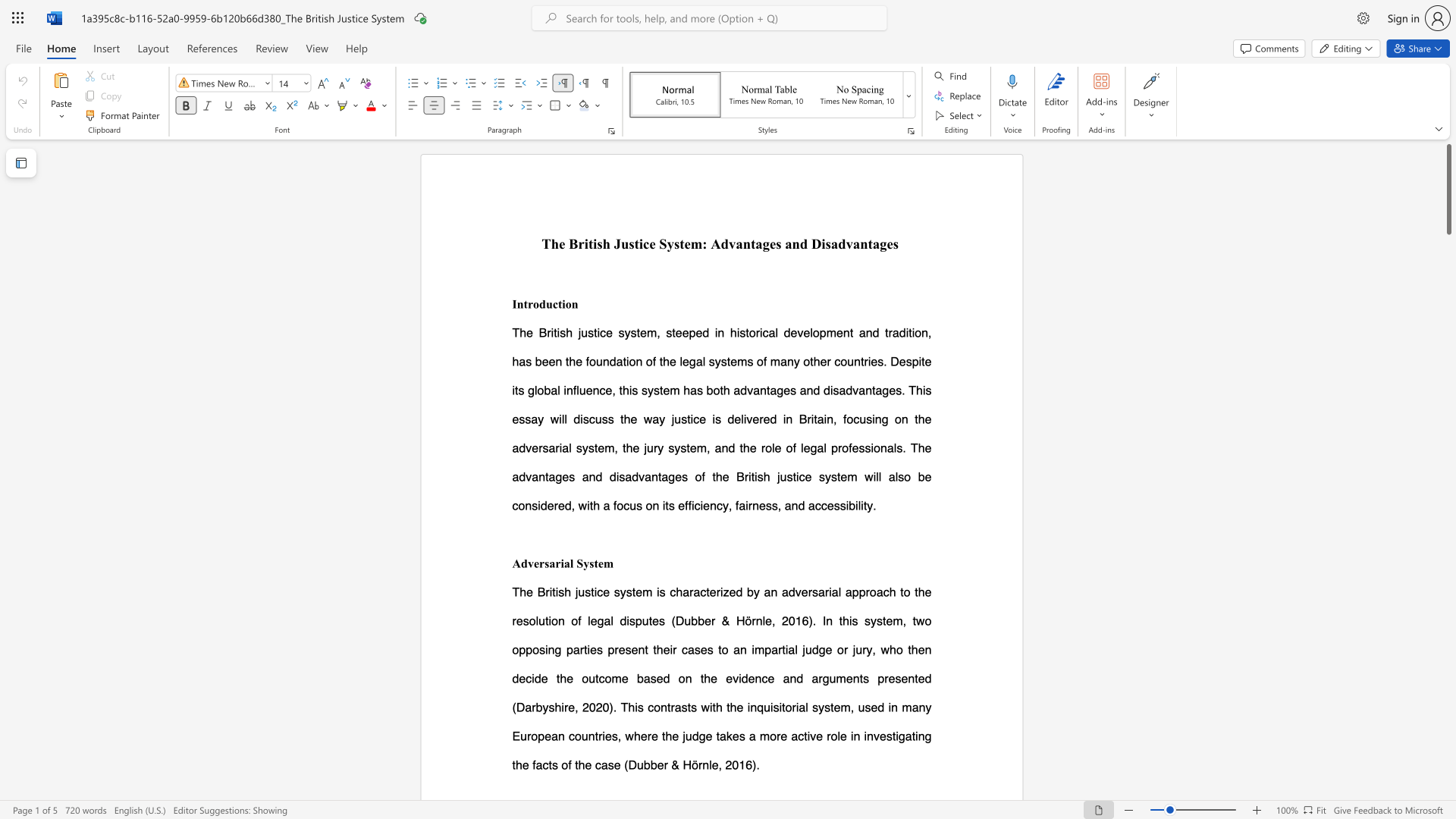  I want to click on the scrollbar to slide the page down, so click(1448, 363).